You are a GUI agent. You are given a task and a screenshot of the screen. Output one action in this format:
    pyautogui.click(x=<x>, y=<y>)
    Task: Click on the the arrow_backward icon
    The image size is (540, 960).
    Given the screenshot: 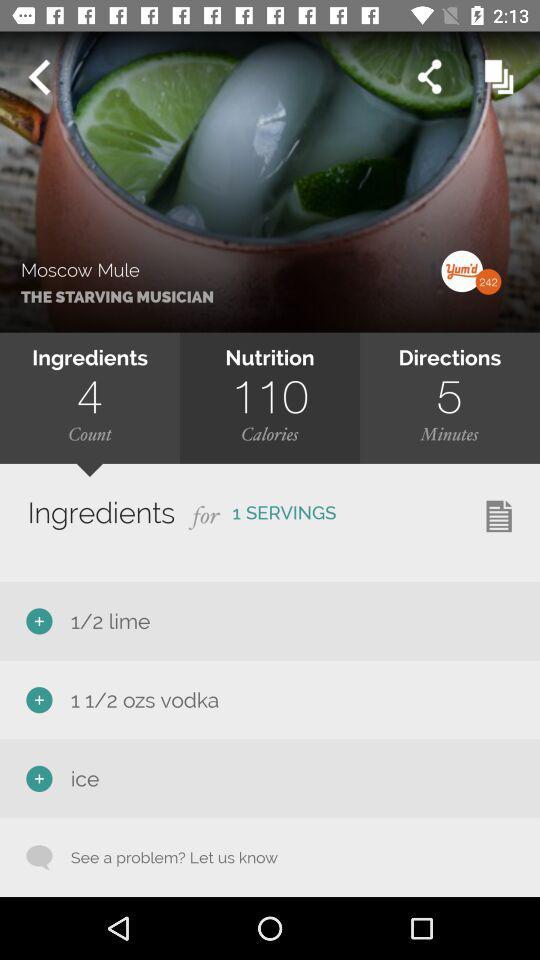 What is the action you would take?
    pyautogui.click(x=38, y=77)
    